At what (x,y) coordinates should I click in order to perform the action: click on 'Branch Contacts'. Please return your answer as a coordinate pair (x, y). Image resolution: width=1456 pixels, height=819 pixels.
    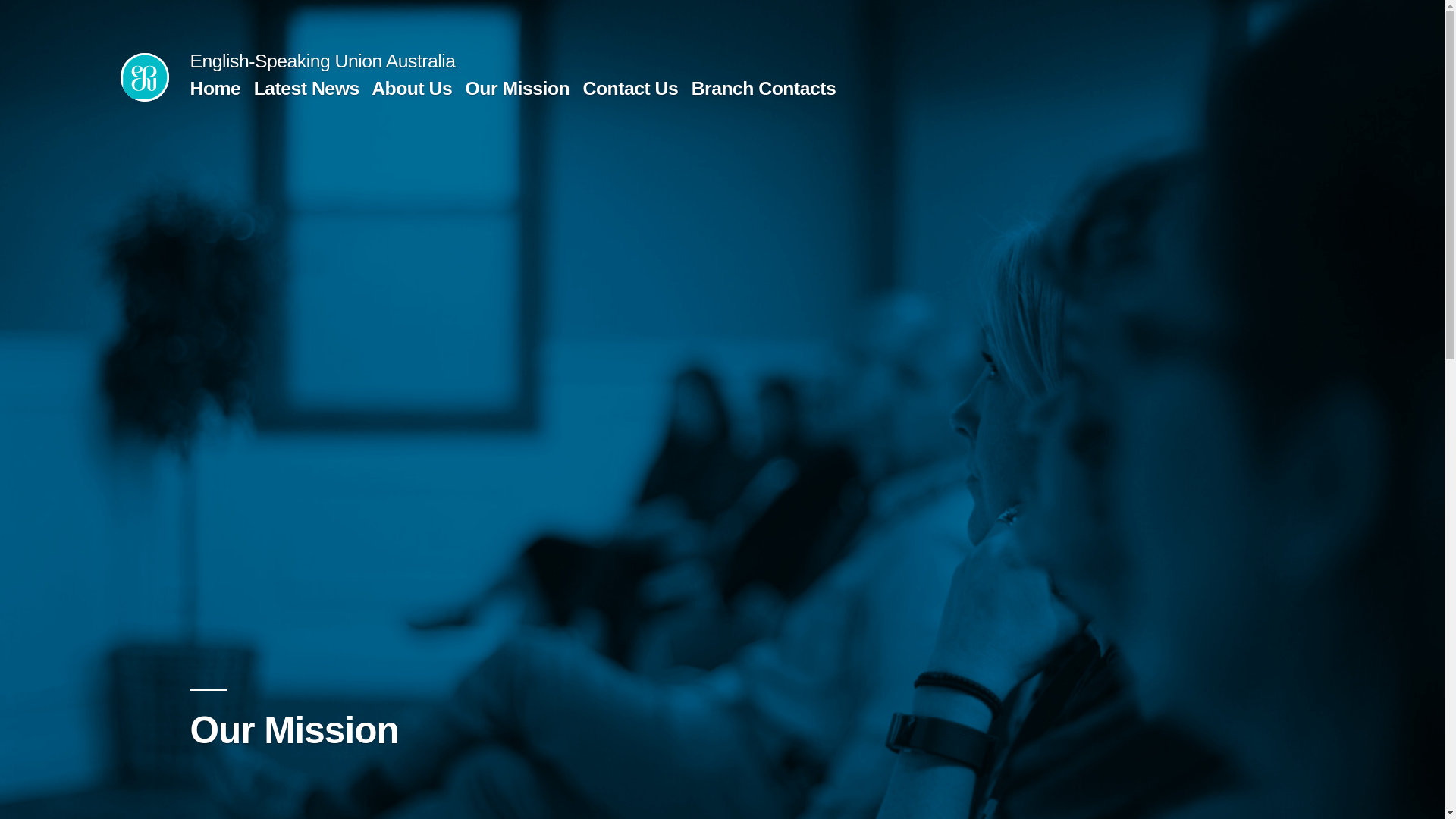
    Looking at the image, I should click on (764, 88).